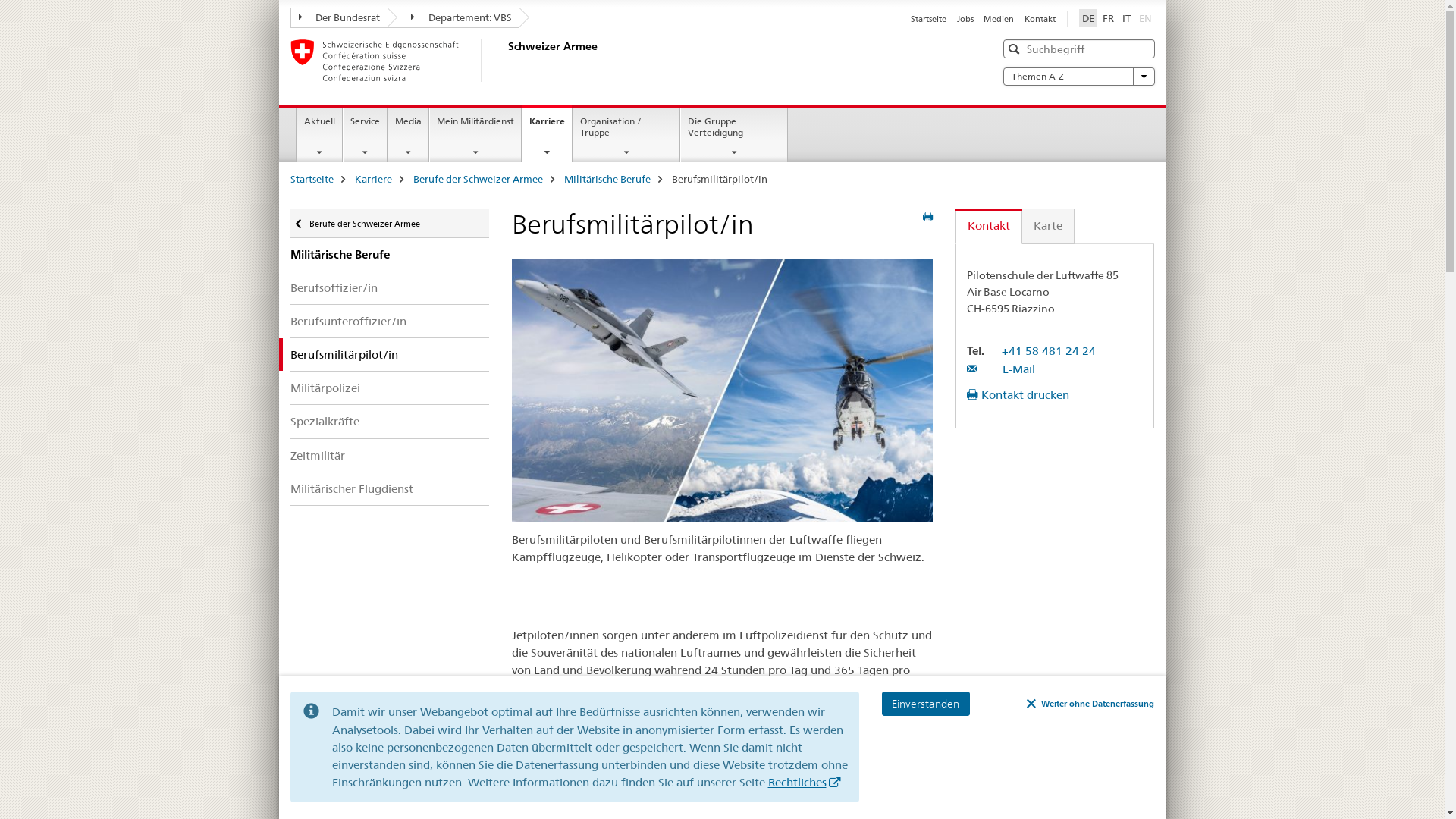 The width and height of the screenshot is (1456, 819). I want to click on 'Jobs', so click(964, 18).